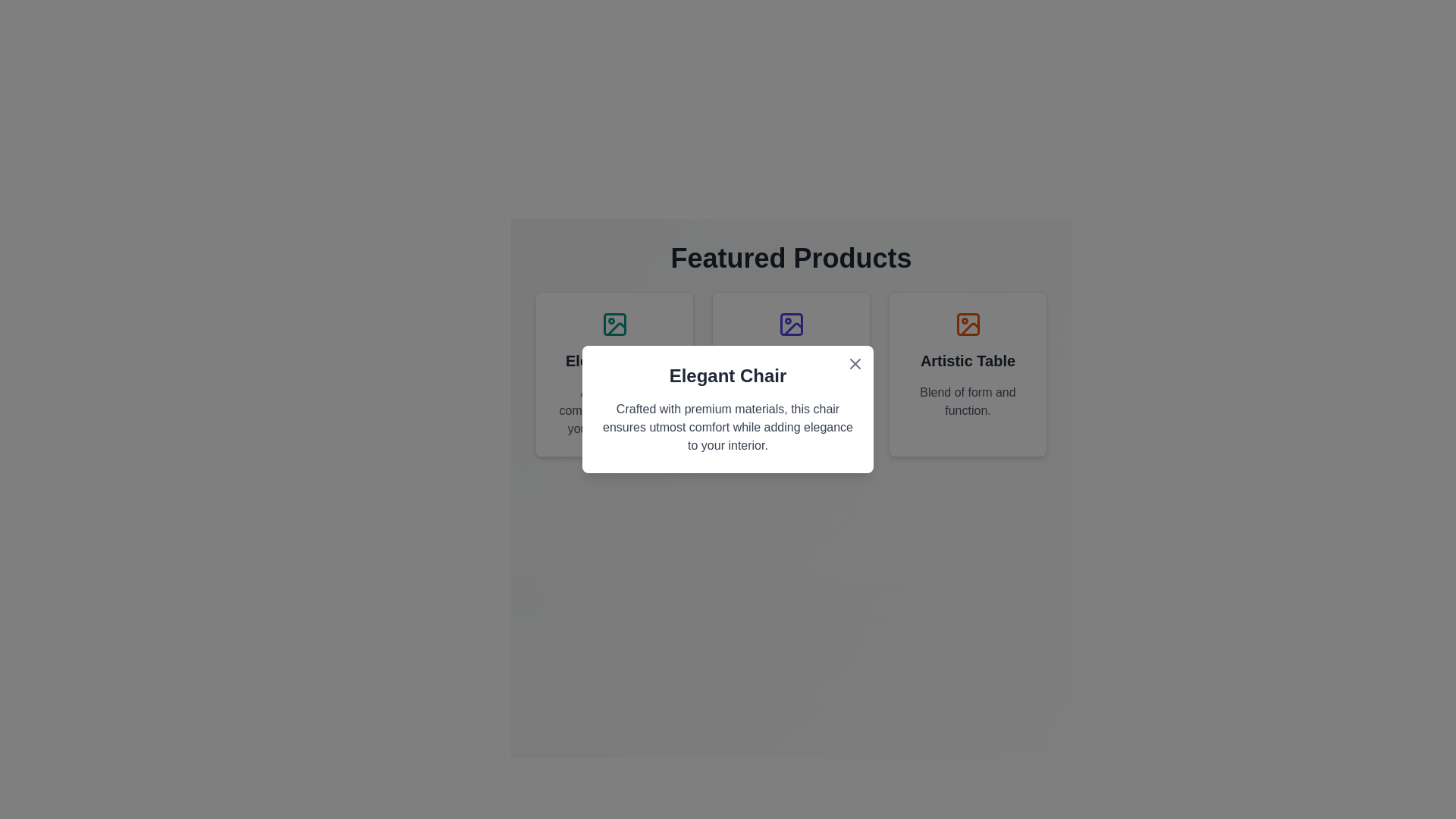 The image size is (1456, 819). Describe the element at coordinates (790, 257) in the screenshot. I see `the header text reading 'Featured Products', which is styled in a large, bold, gray font and is centered above the product grid layout` at that location.